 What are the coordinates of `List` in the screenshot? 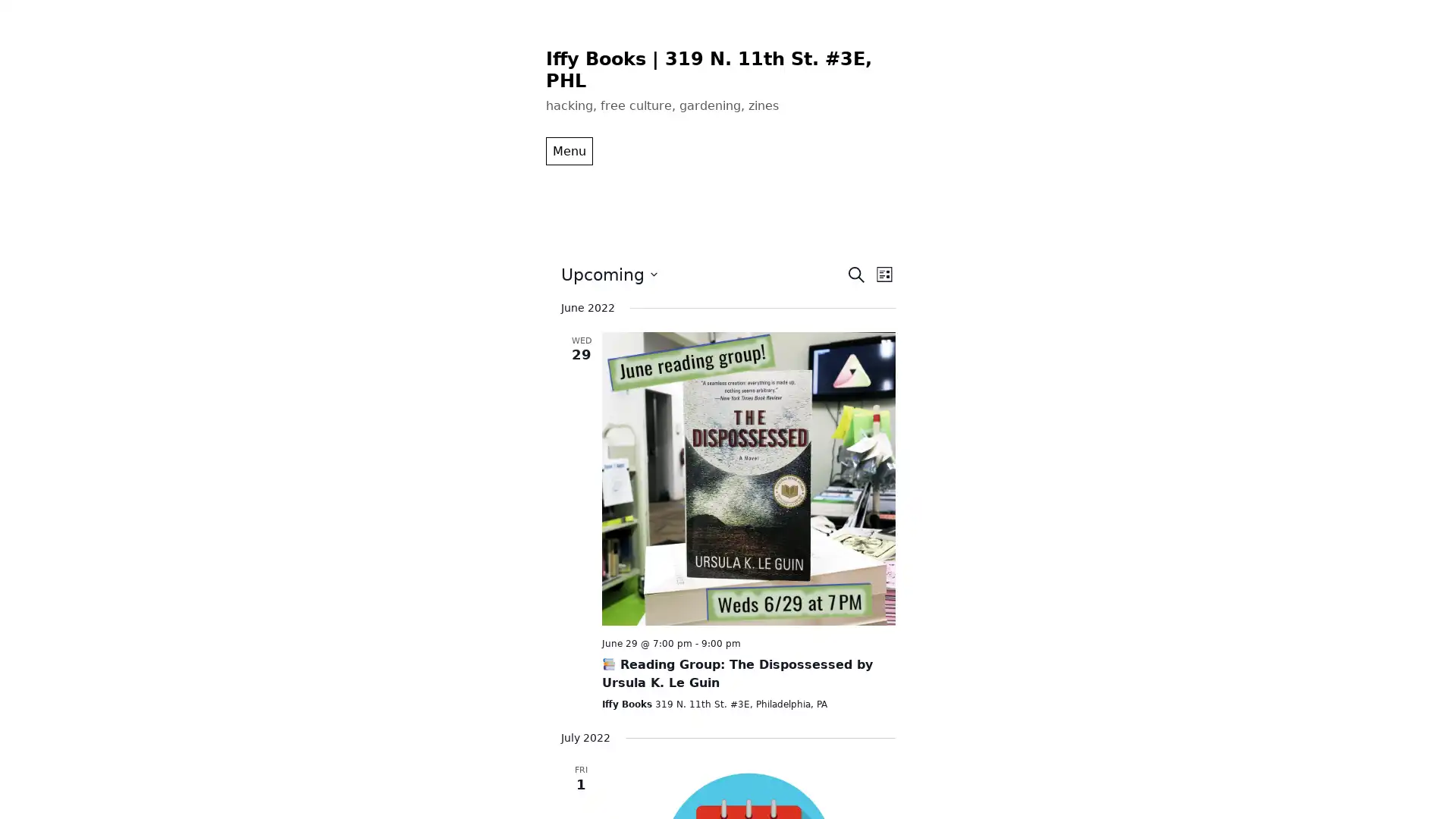 It's located at (883, 274).